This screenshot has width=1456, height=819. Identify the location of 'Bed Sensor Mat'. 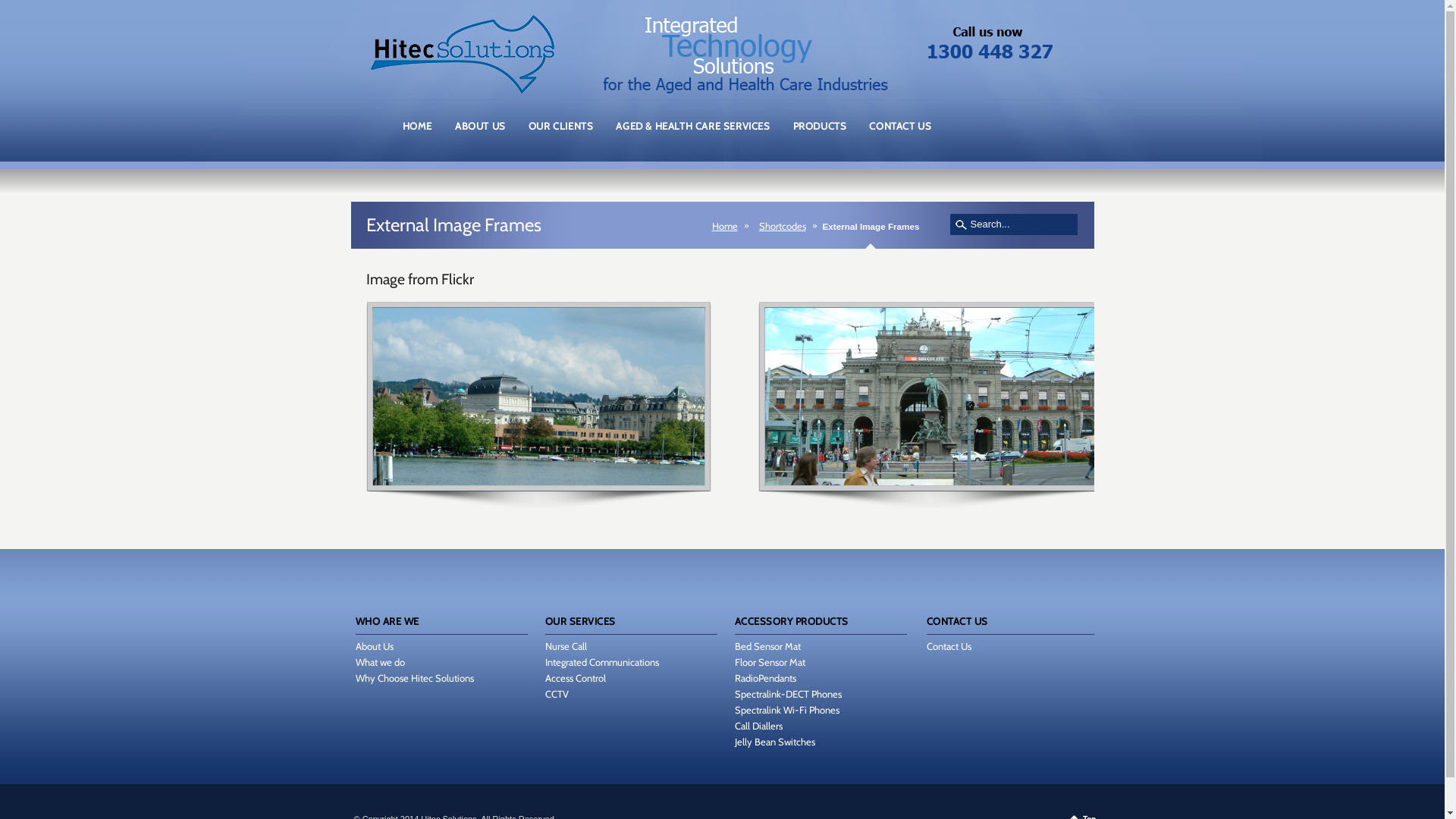
(767, 646).